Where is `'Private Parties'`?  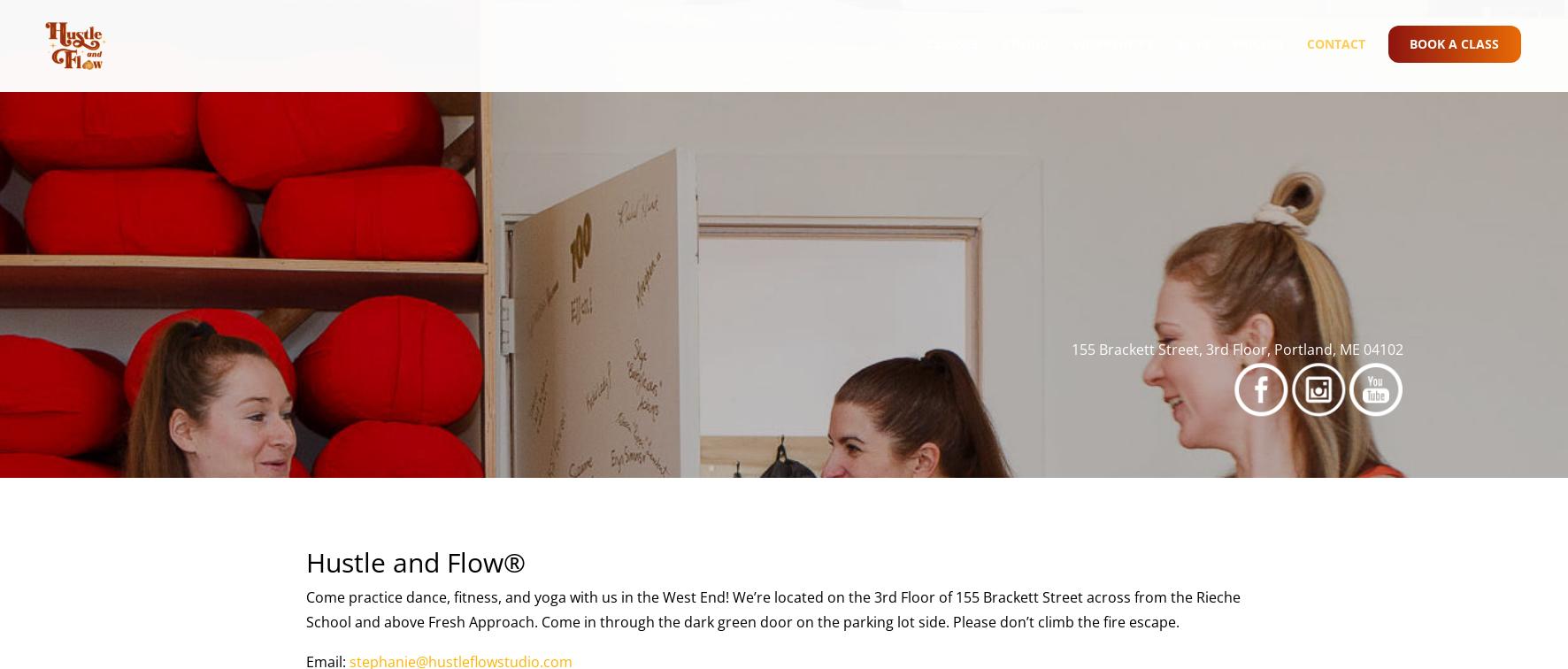
'Private Parties' is located at coordinates (1090, 287).